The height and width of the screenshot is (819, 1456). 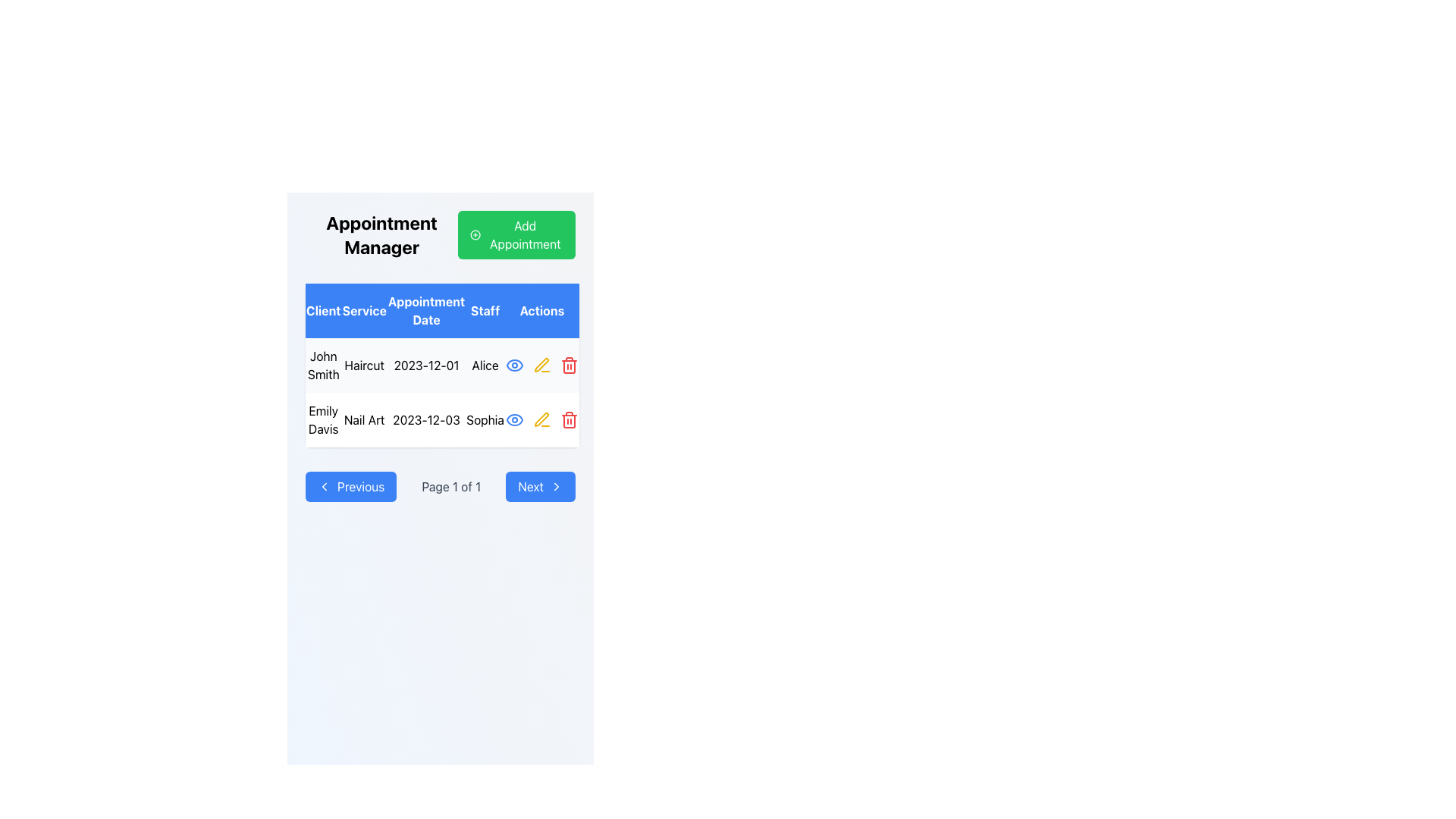 I want to click on text label 'Actions' located in the top-right corner of the table header row, which is a blue box with white text, so click(x=541, y=309).